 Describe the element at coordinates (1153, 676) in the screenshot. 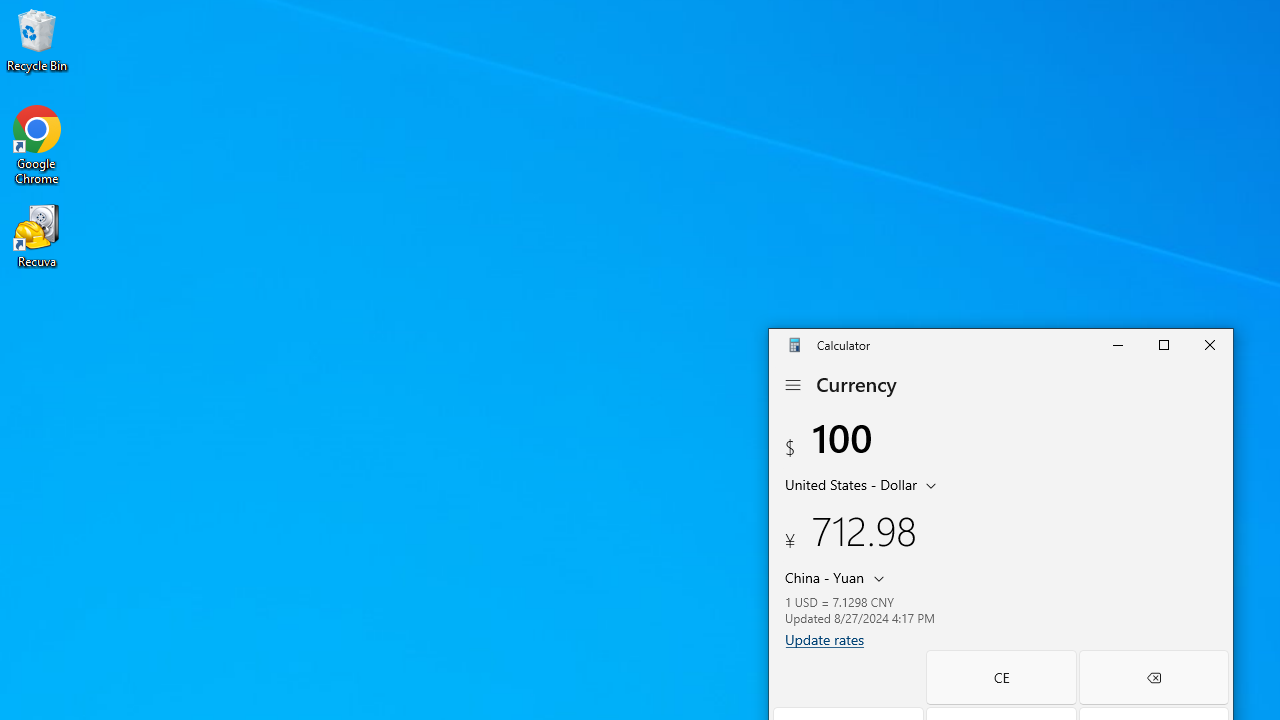

I see `'Backspace'` at that location.